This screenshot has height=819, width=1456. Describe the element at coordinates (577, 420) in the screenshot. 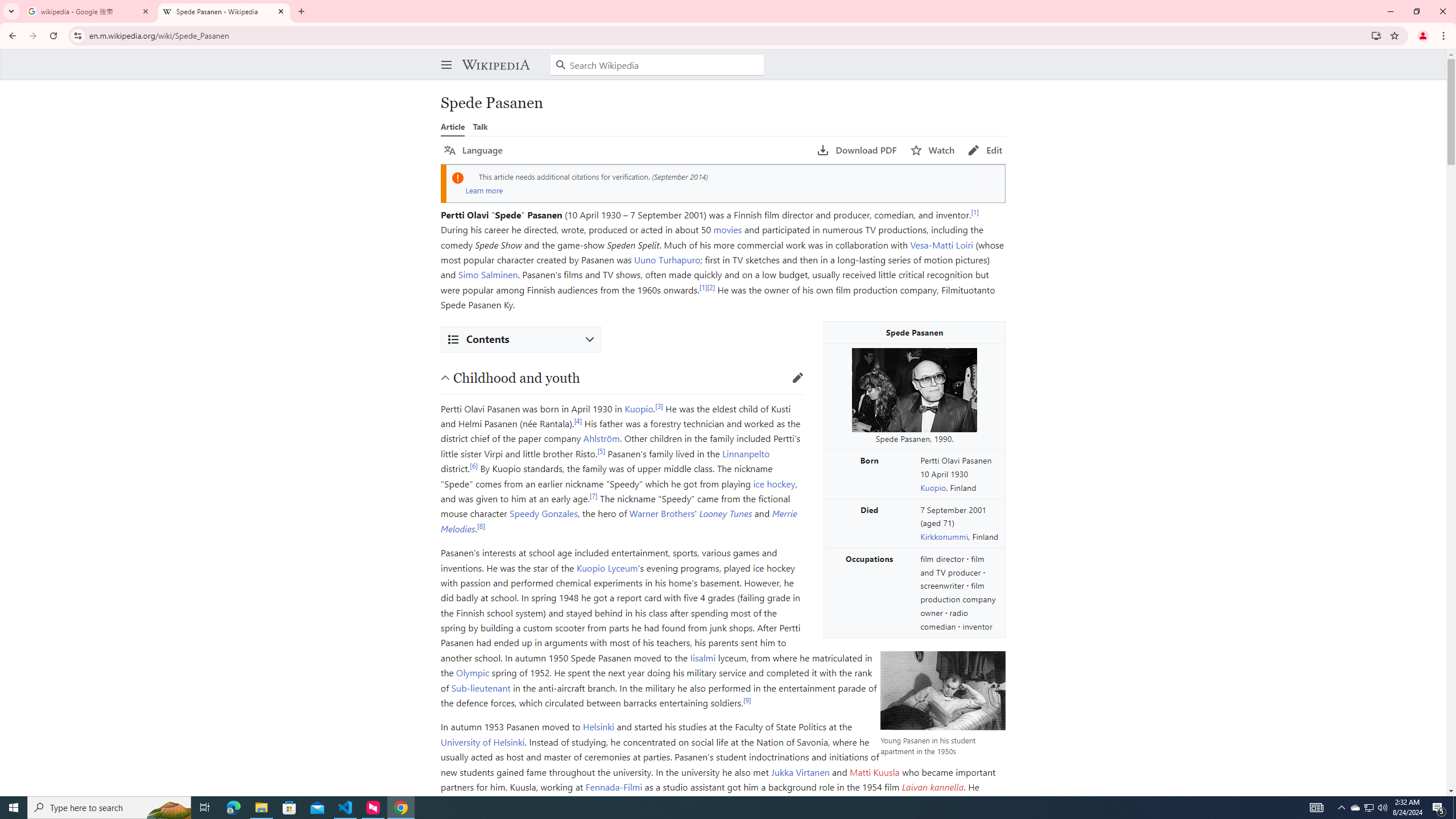

I see `'[4]'` at that location.